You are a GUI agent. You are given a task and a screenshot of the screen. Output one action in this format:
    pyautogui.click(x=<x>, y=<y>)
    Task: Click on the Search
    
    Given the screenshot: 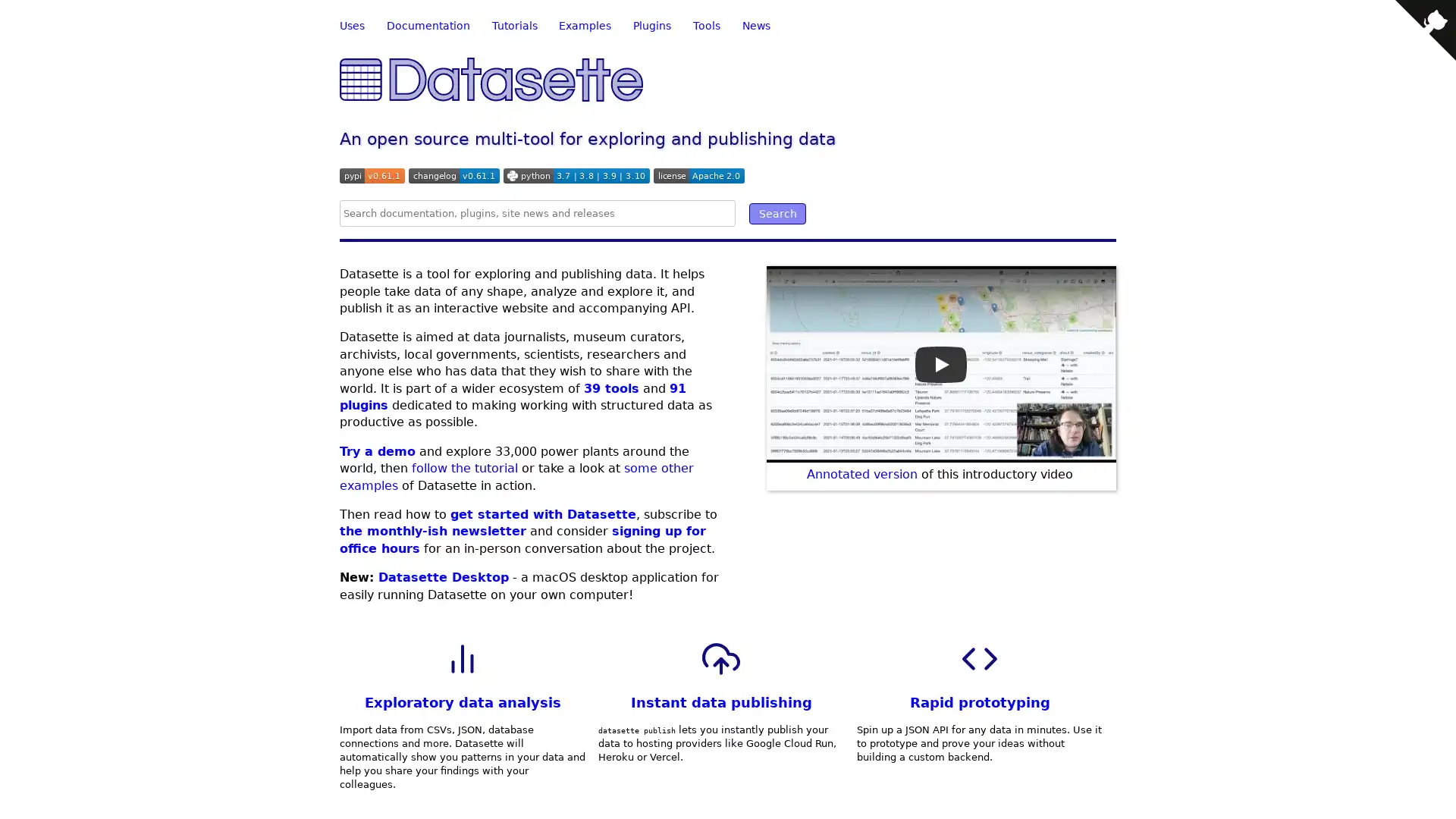 What is the action you would take?
    pyautogui.click(x=777, y=213)
    